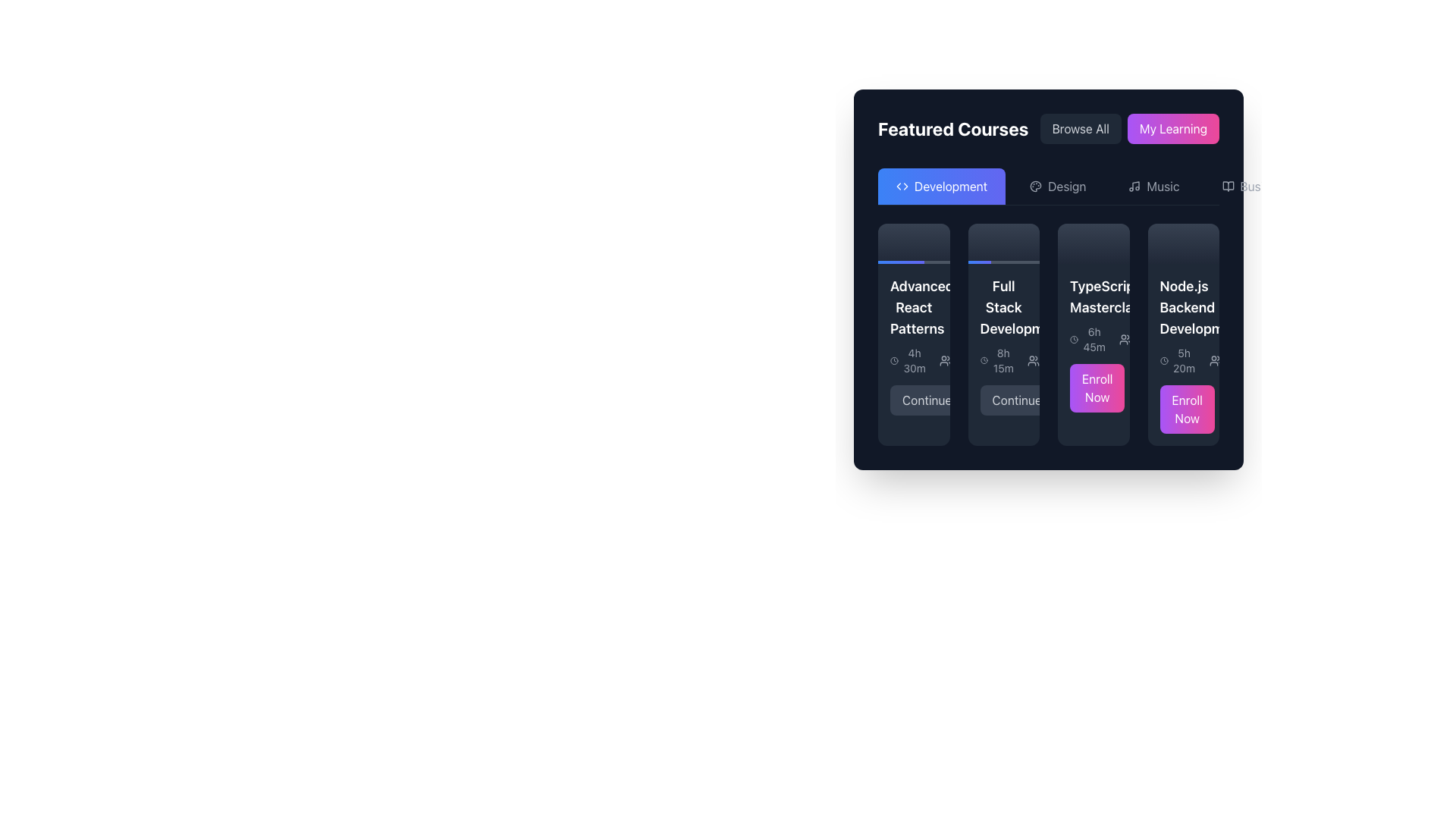  What do you see at coordinates (1228, 186) in the screenshot?
I see `the graphic icon located in the top-right section of the interface, which serves as a visual cue or separator near navigation items or category labels` at bounding box center [1228, 186].